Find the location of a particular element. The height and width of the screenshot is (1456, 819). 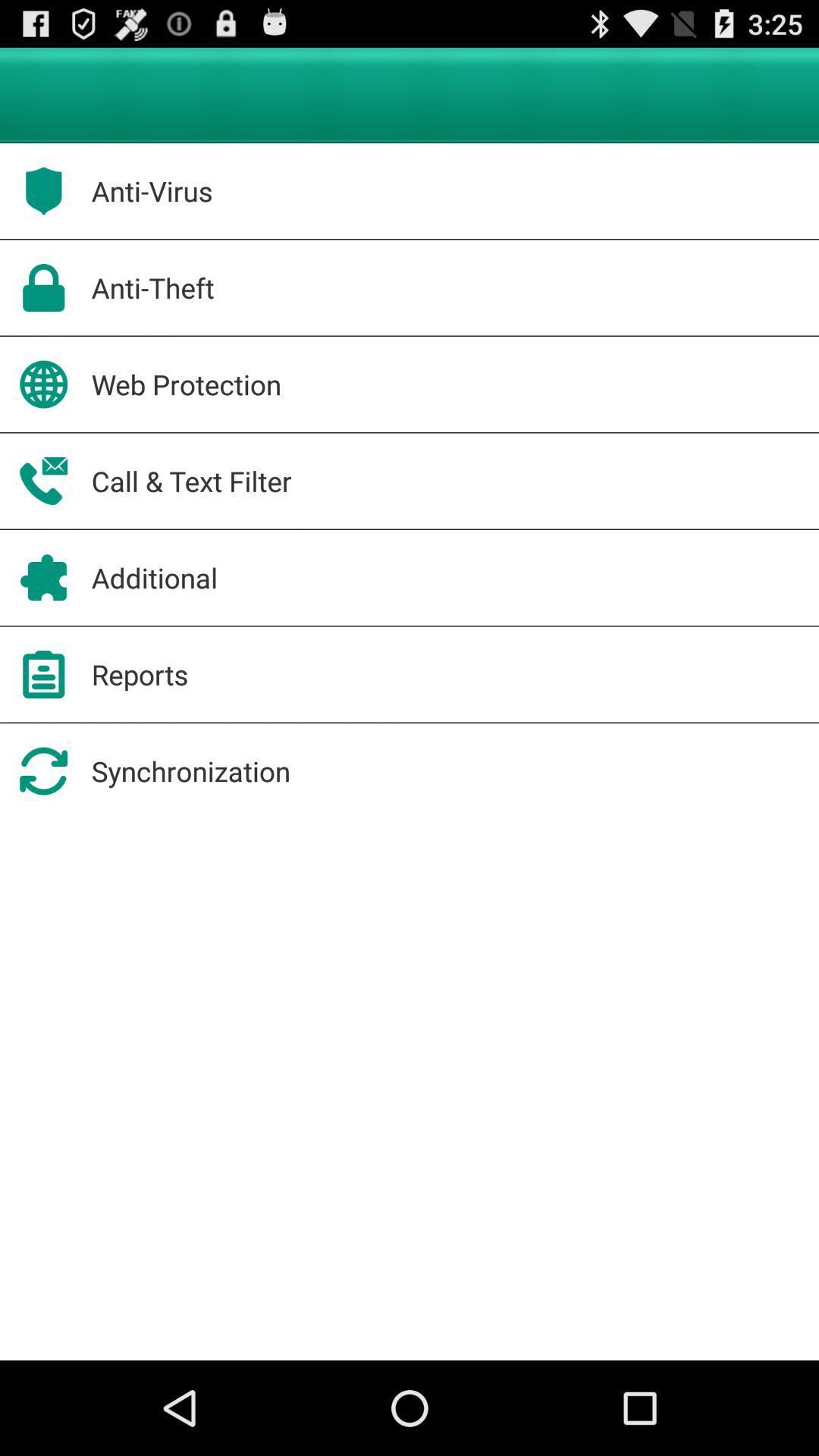

icon above the synchronization icon is located at coordinates (140, 673).